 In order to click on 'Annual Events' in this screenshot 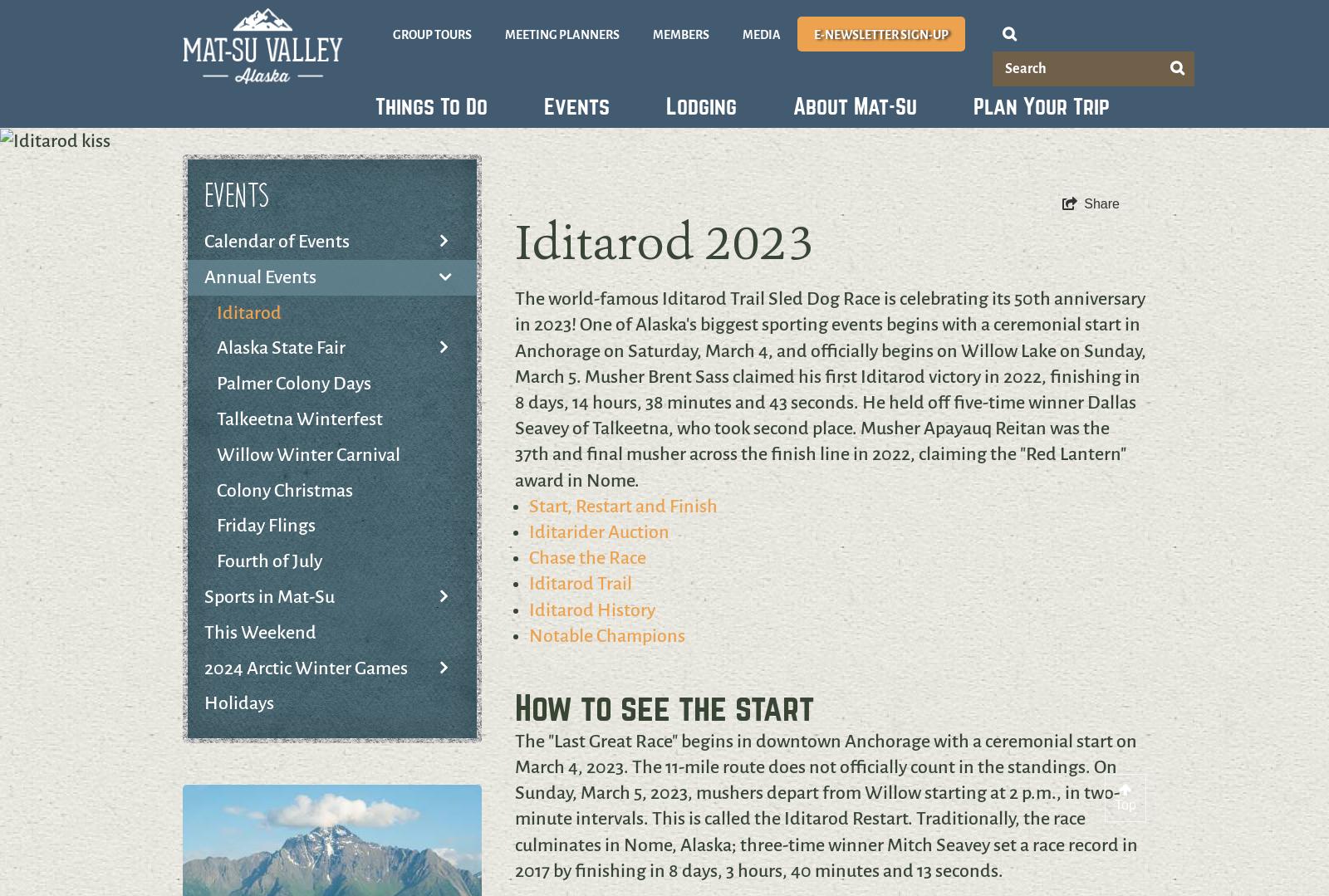, I will do `click(260, 276)`.